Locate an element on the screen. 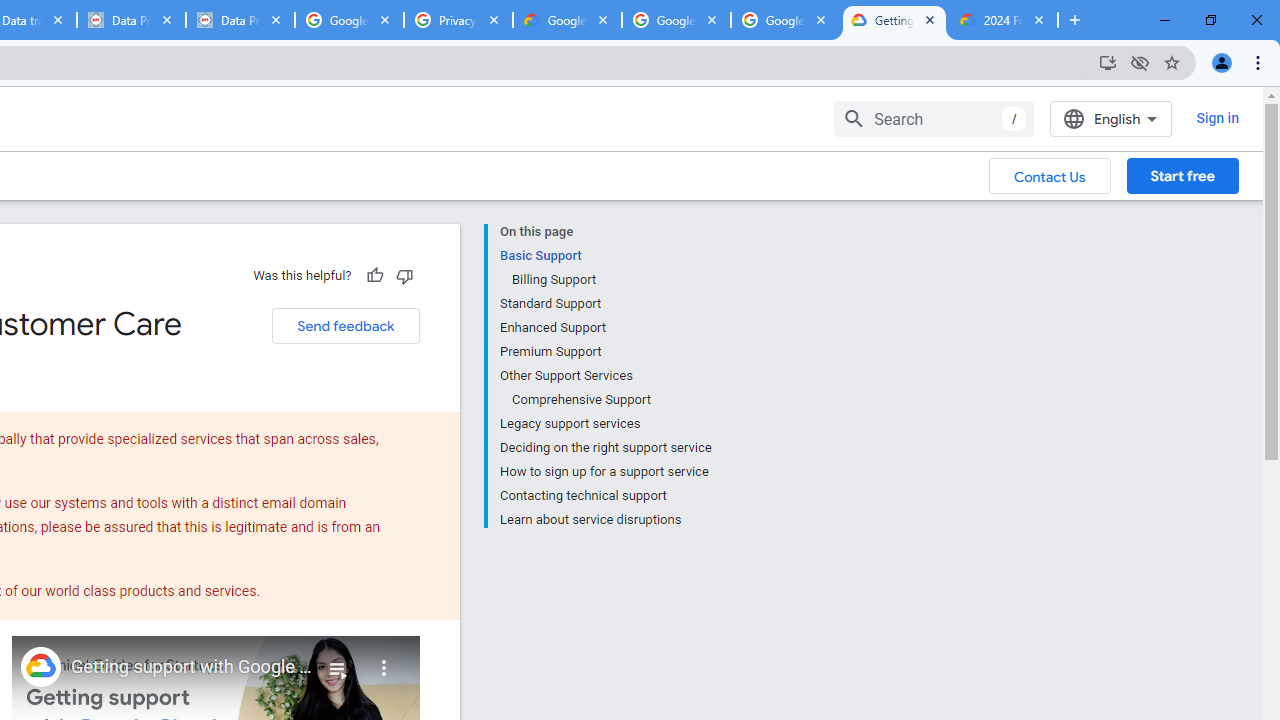 The width and height of the screenshot is (1280, 720). 'Deciding on the right support service' is located at coordinates (604, 447).